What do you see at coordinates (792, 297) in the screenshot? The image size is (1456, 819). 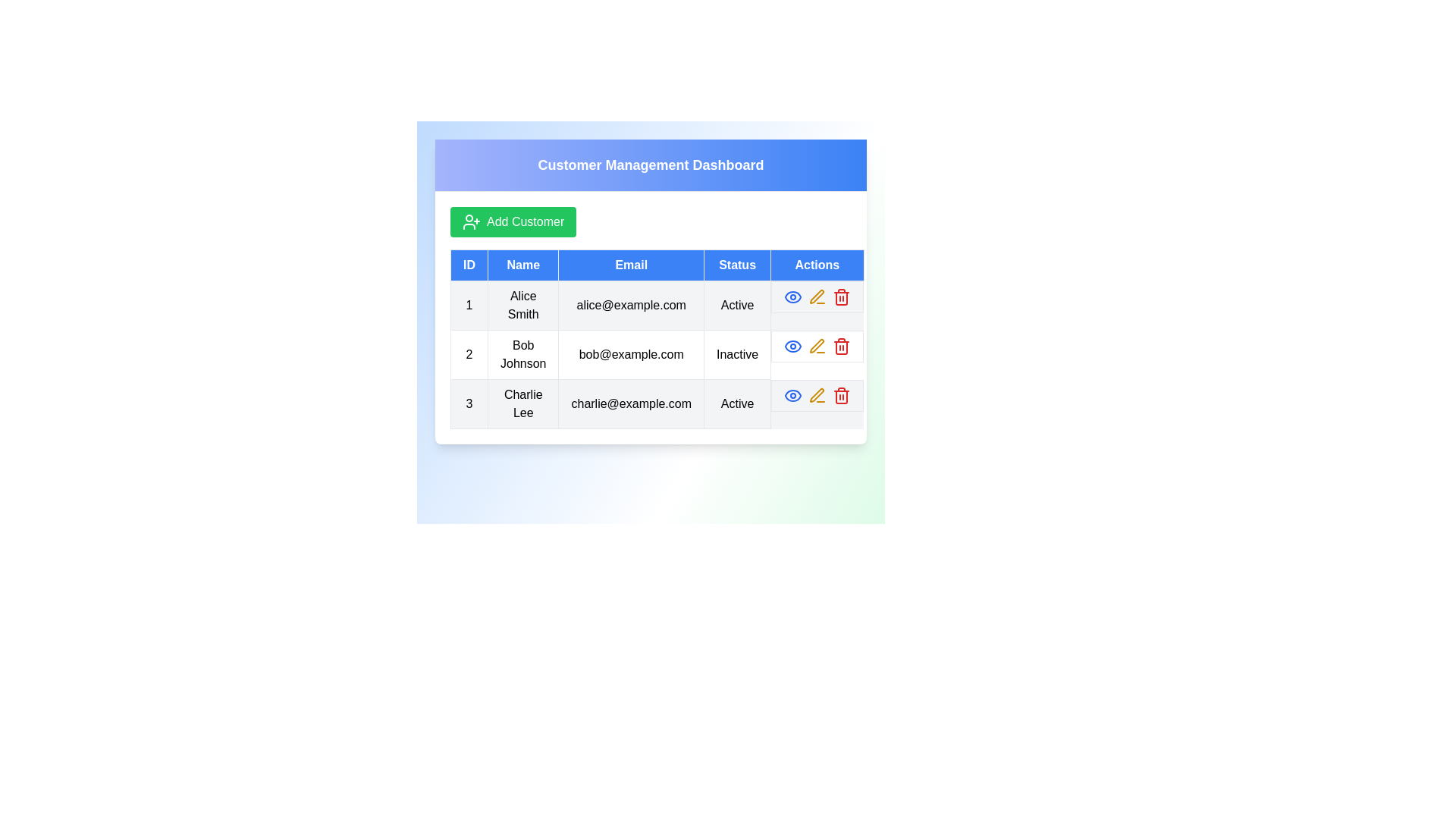 I see `the 'Eye' icon for the customer with ID 1` at bounding box center [792, 297].